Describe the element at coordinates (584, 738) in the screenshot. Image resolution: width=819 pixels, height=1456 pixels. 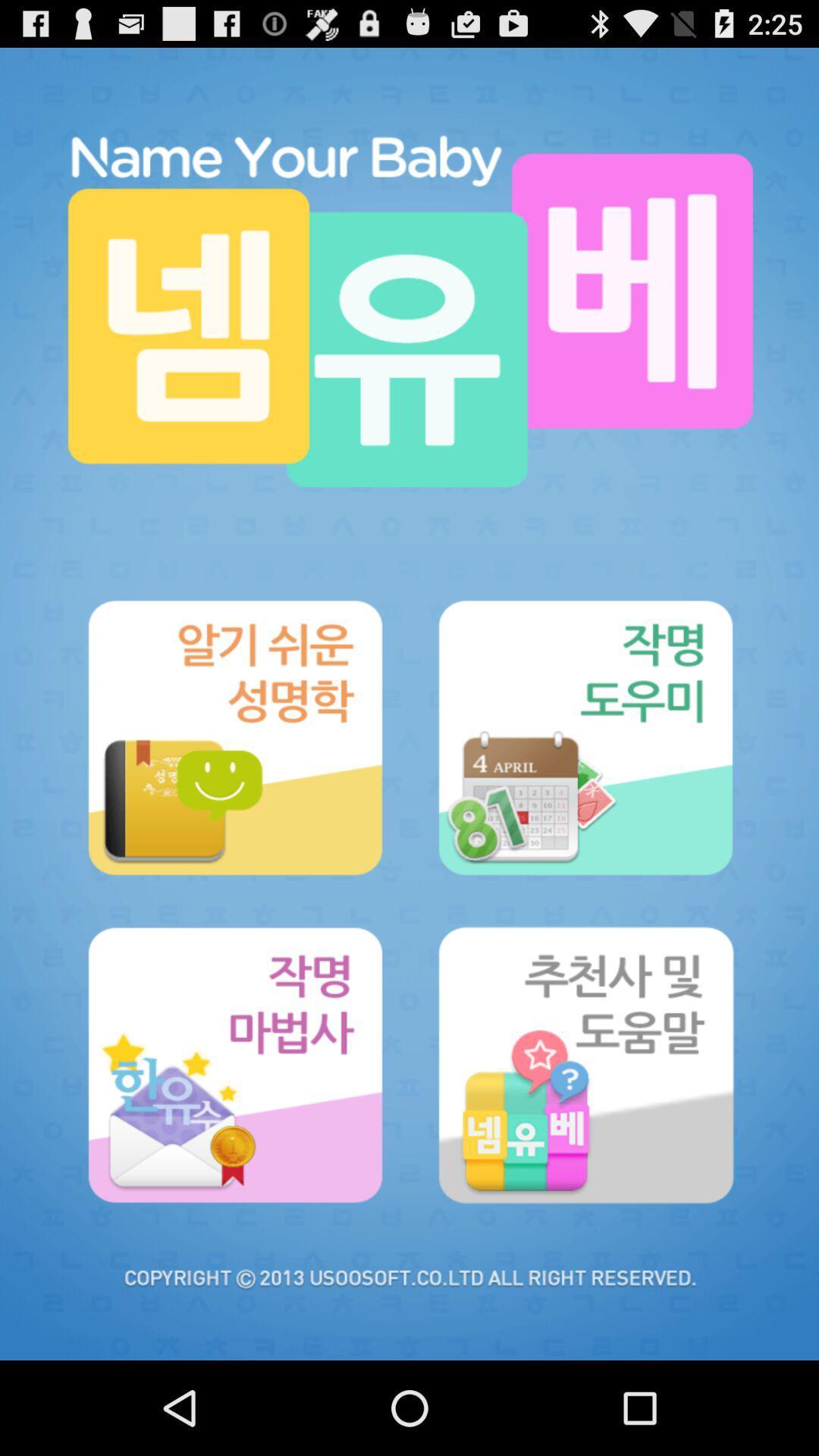
I see `calender app` at that location.